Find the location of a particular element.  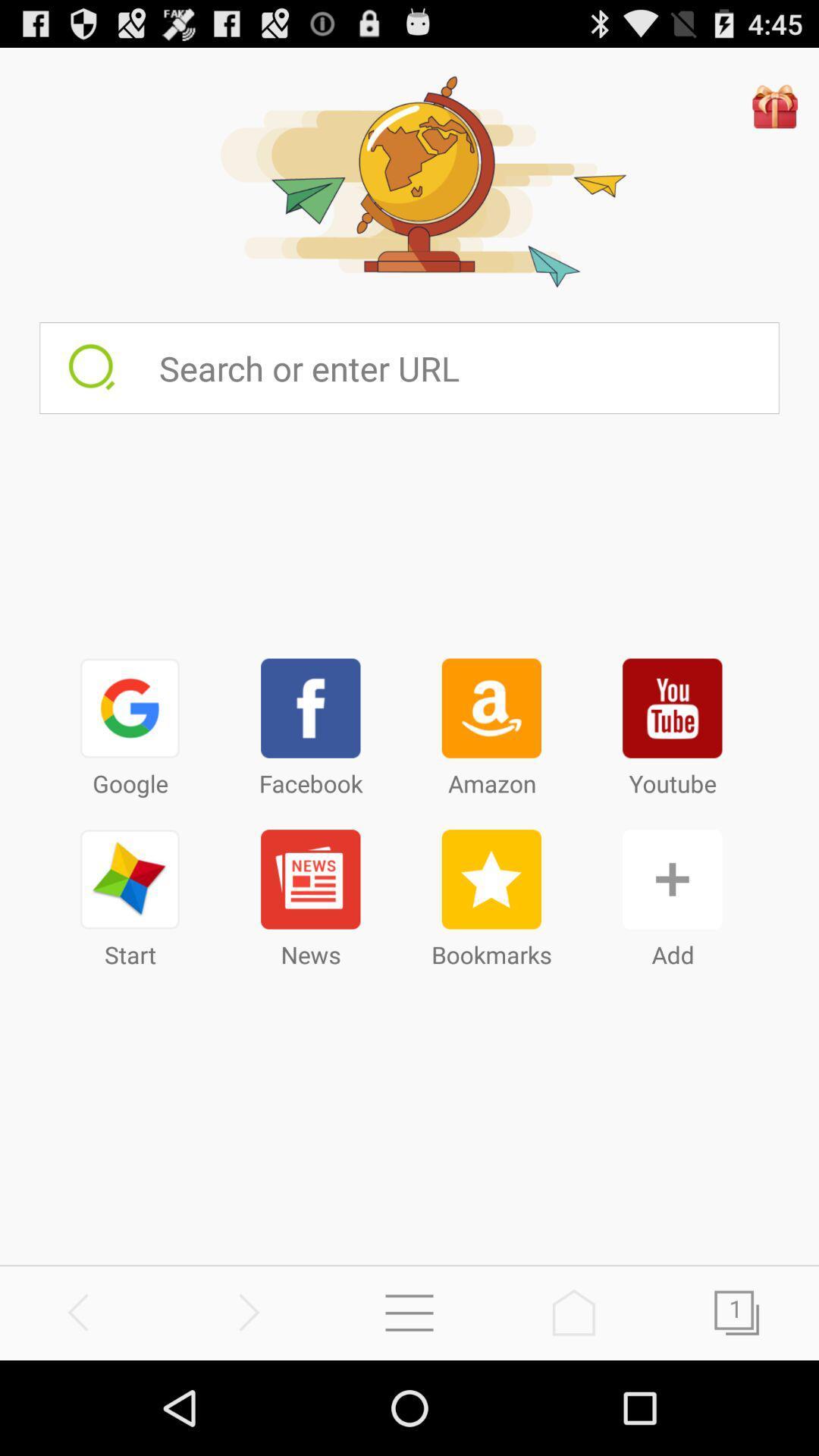

use search bar is located at coordinates (467, 368).